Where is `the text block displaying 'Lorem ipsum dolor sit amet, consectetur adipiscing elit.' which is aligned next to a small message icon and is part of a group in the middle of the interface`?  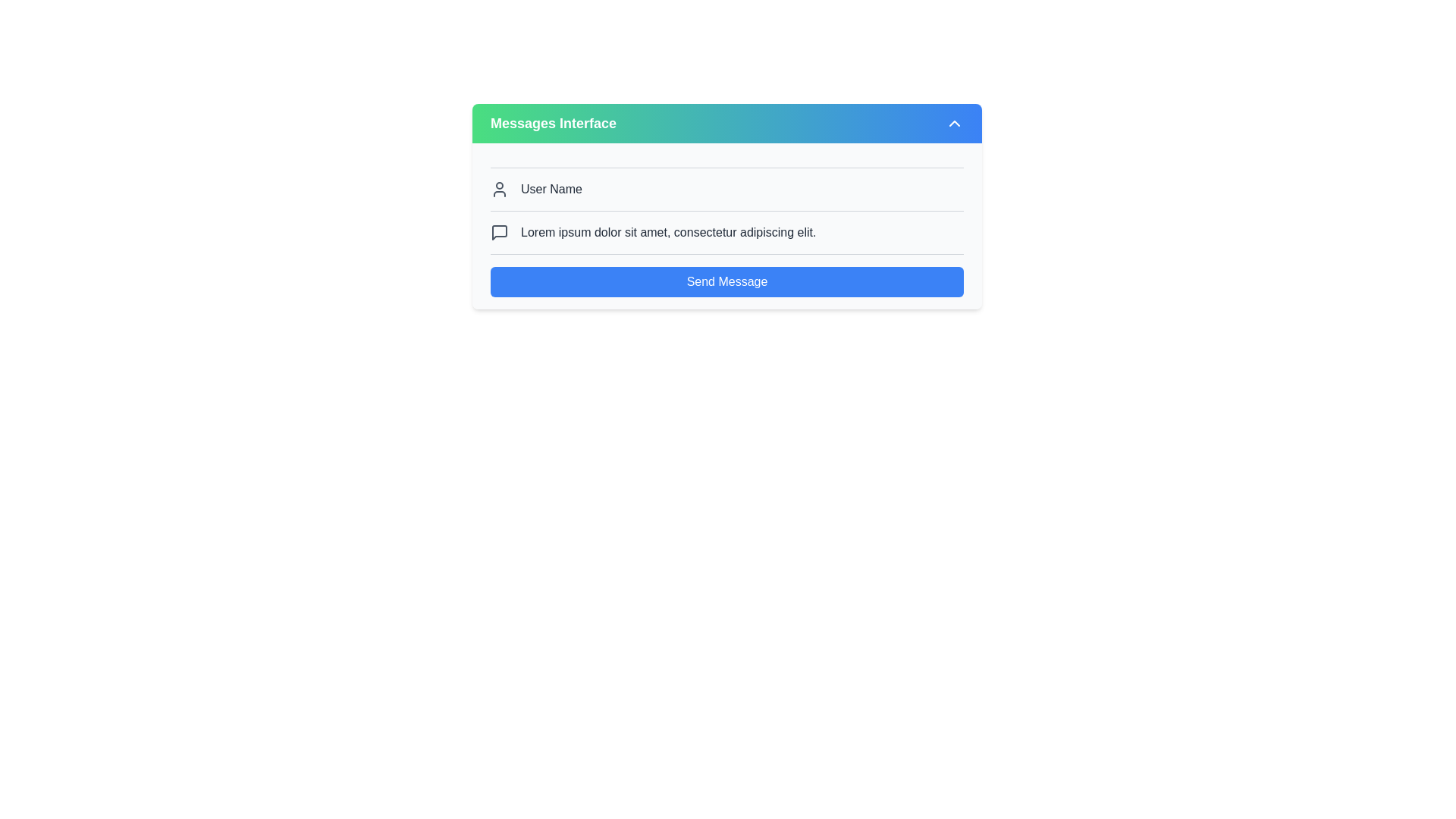 the text block displaying 'Lorem ipsum dolor sit amet, consectetur adipiscing elit.' which is aligned next to a small message icon and is part of a group in the middle of the interface is located at coordinates (667, 233).